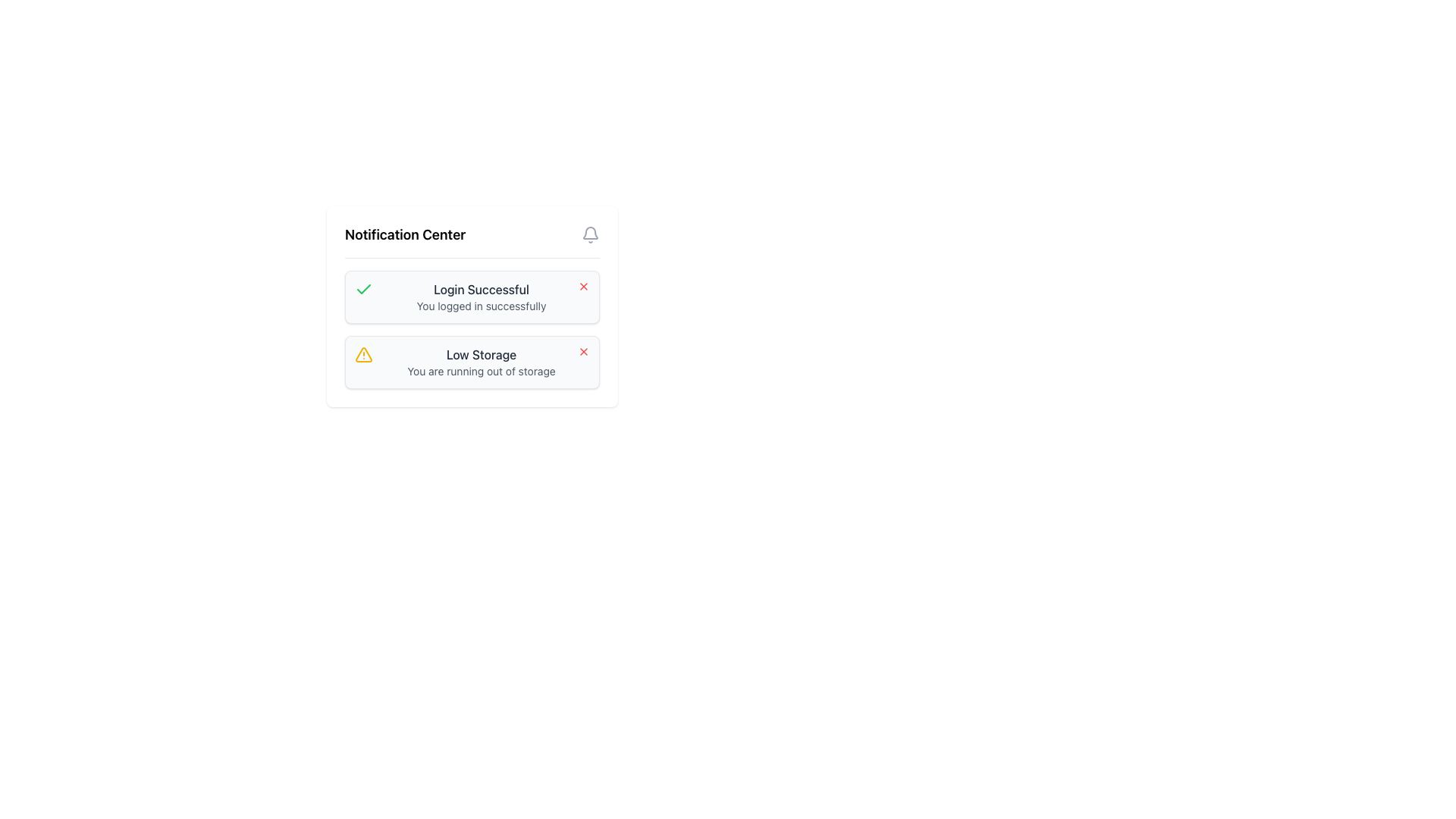  I want to click on the header text label located in the second notification item of the Notification Center, which summarizes the notification, so click(480, 354).